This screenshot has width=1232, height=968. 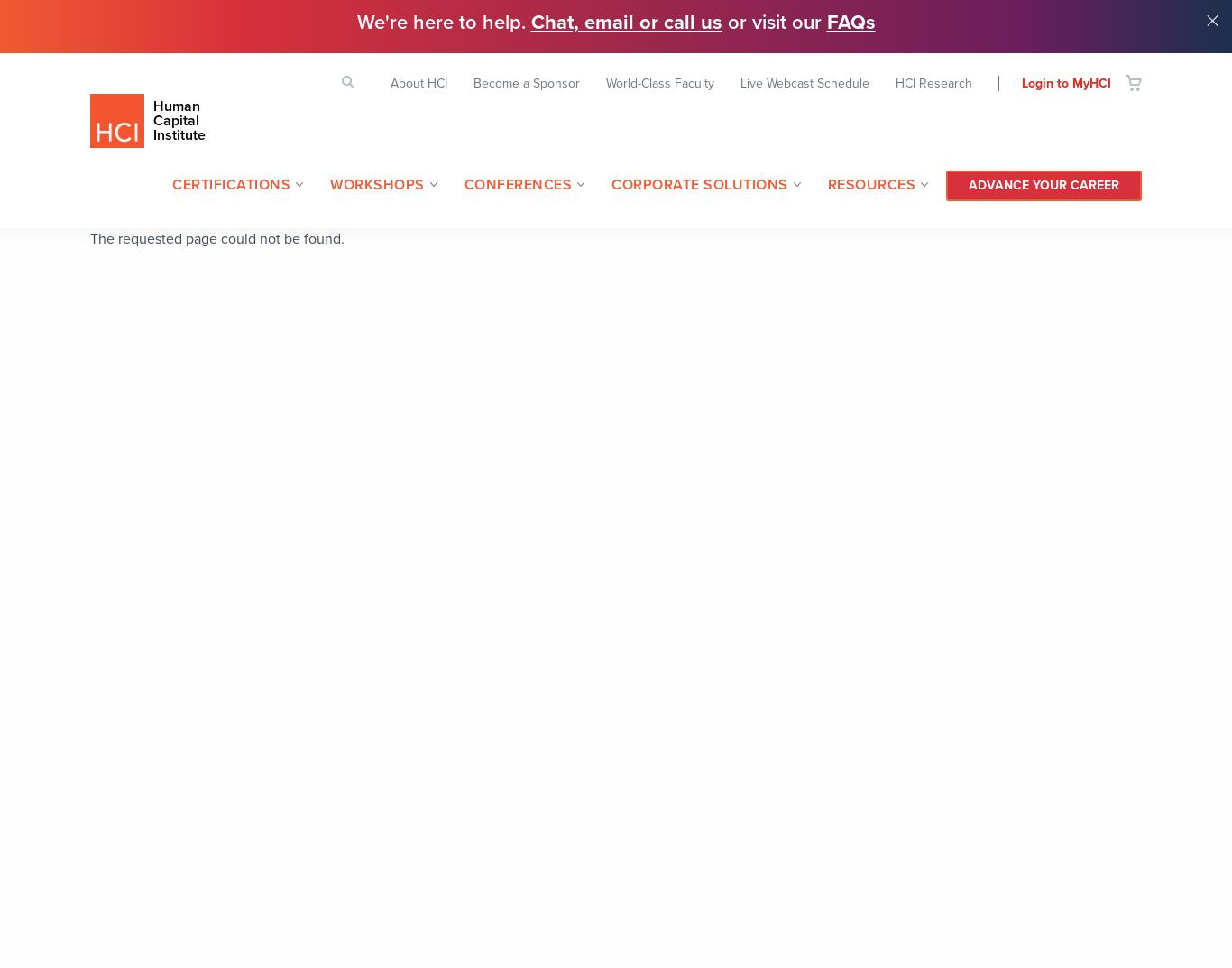 I want to click on 'Advance Your Career', so click(x=1044, y=184).